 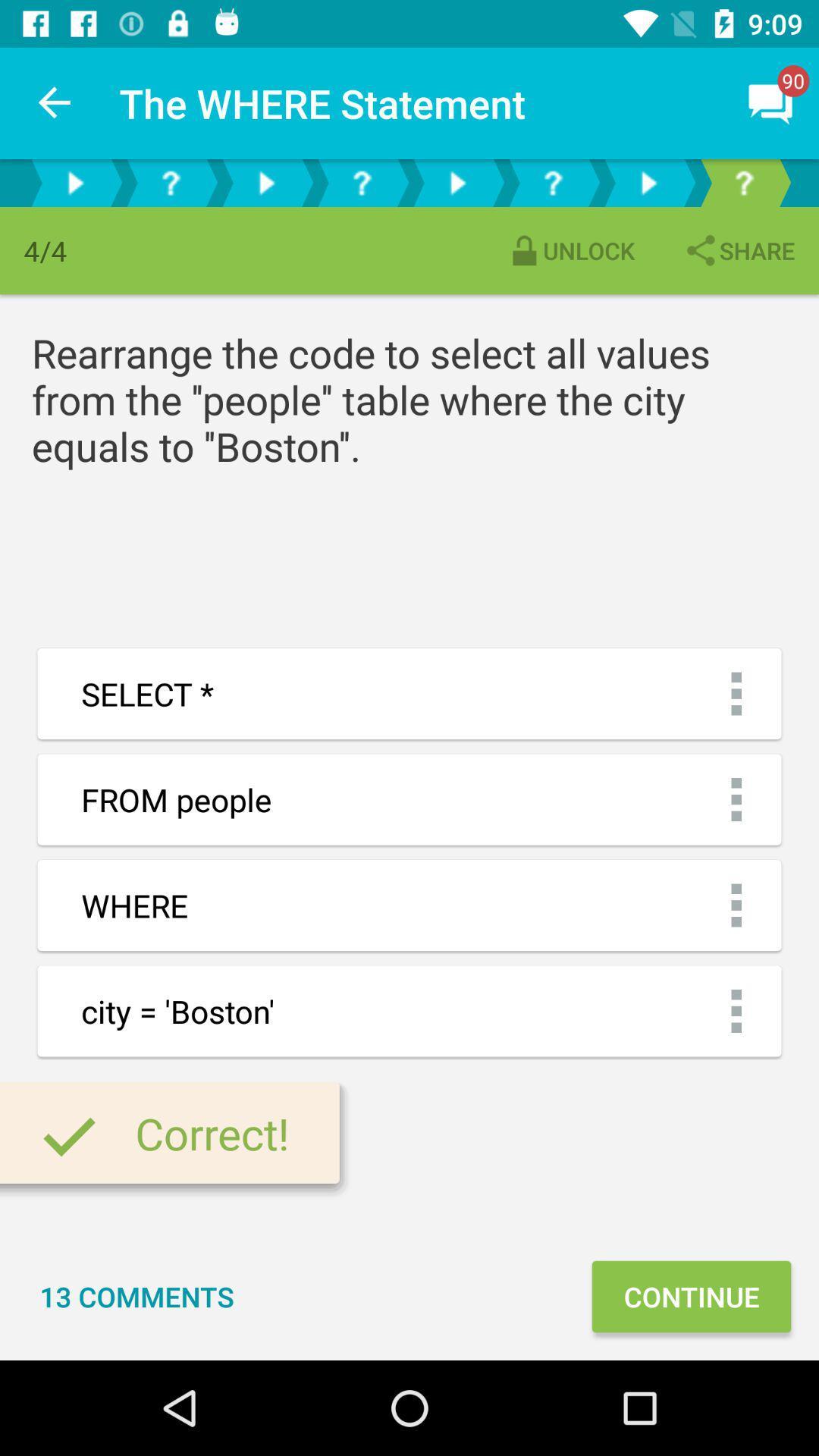 What do you see at coordinates (553, 182) in the screenshot?
I see `the help icon` at bounding box center [553, 182].